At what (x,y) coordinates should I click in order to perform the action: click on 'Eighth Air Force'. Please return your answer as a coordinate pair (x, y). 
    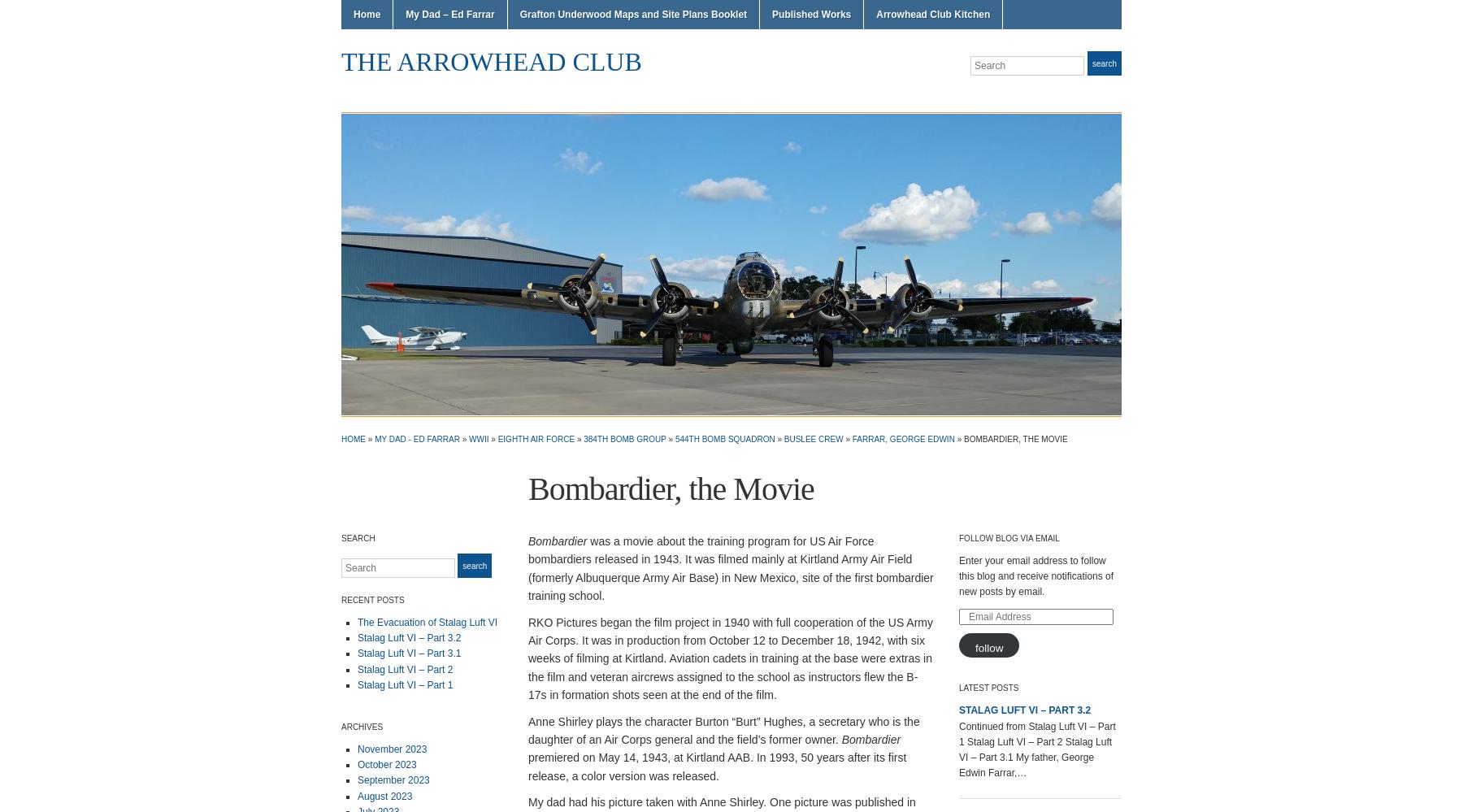
    Looking at the image, I should click on (497, 438).